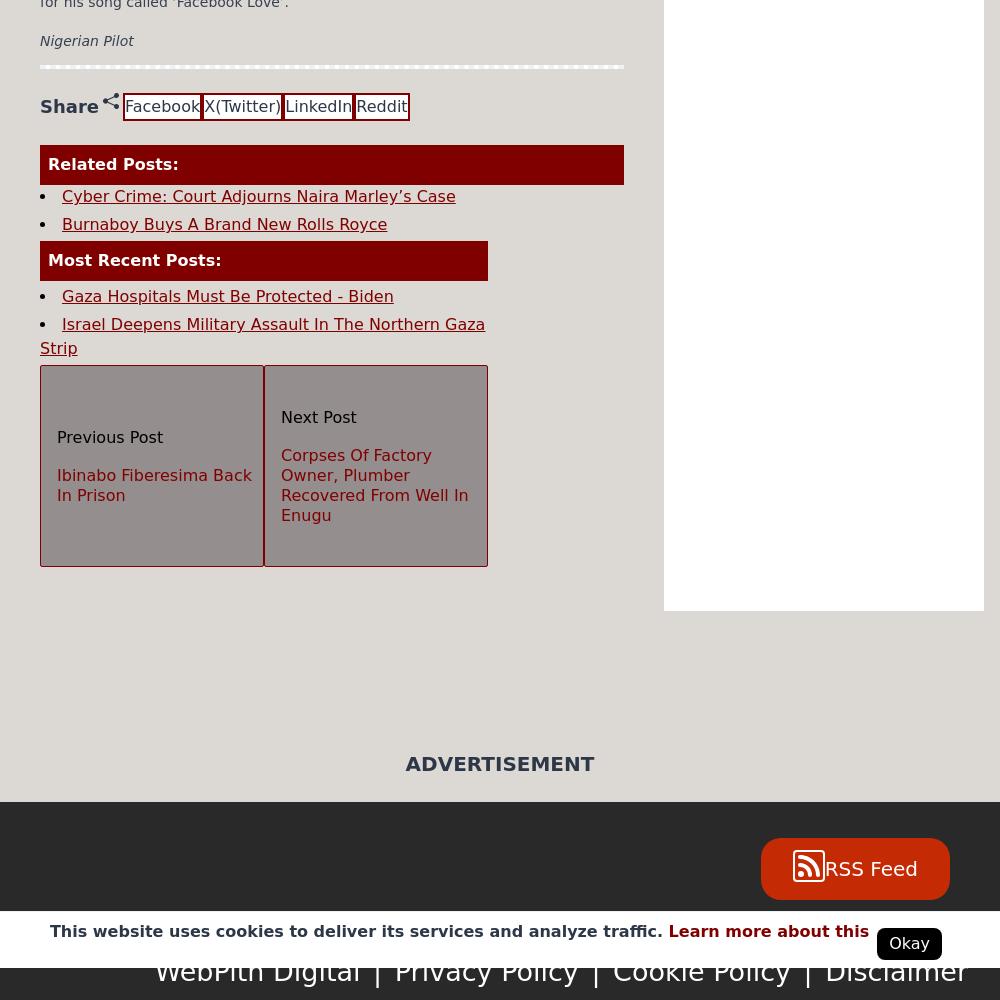 This screenshot has height=1000, width=1000. What do you see at coordinates (357, 931) in the screenshot?
I see `'This website uses cookies to deliver its services and analyze traffic.'` at bounding box center [357, 931].